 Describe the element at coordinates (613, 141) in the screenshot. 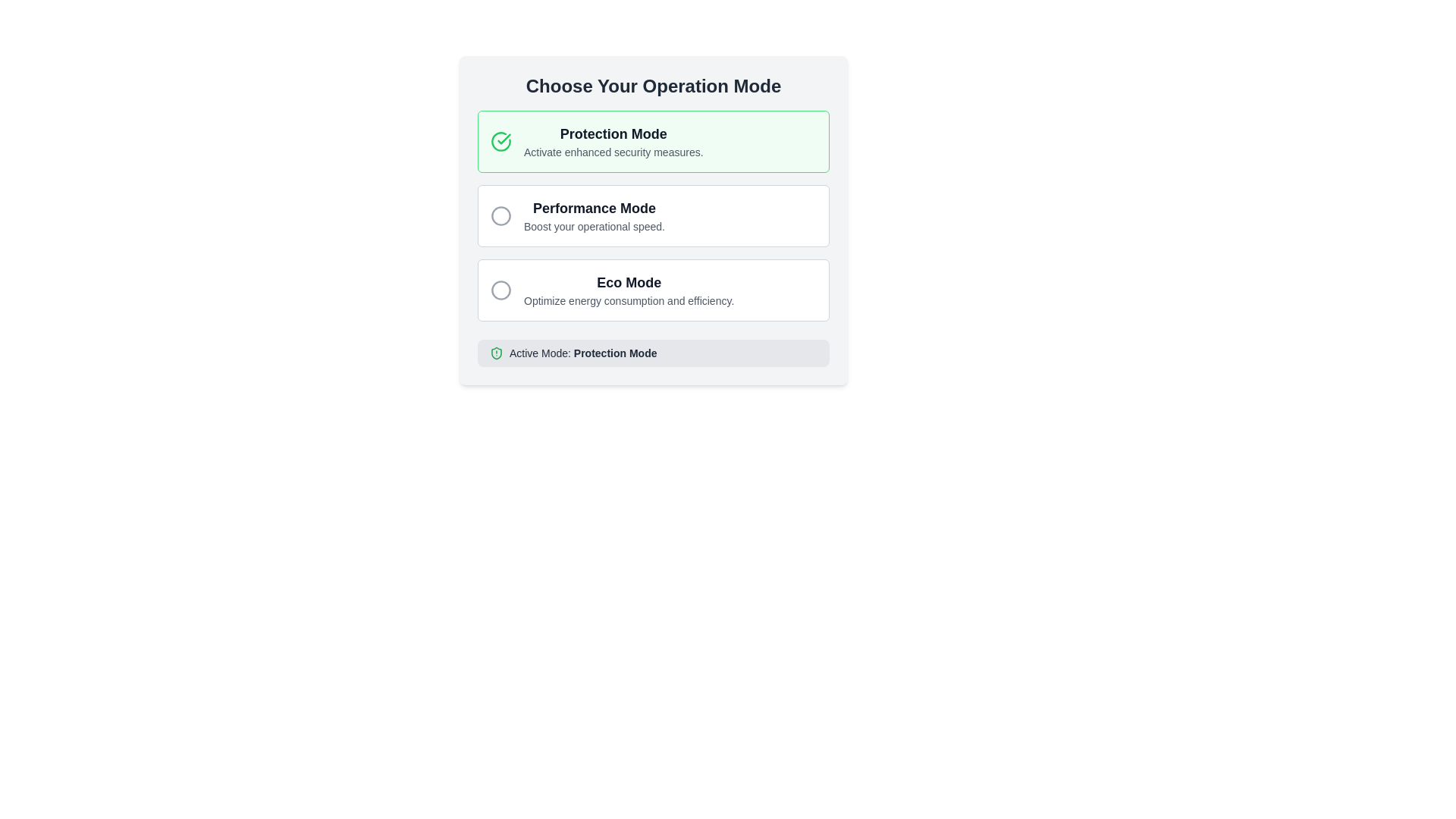

I see `the text block titled 'Protection Mode'` at that location.